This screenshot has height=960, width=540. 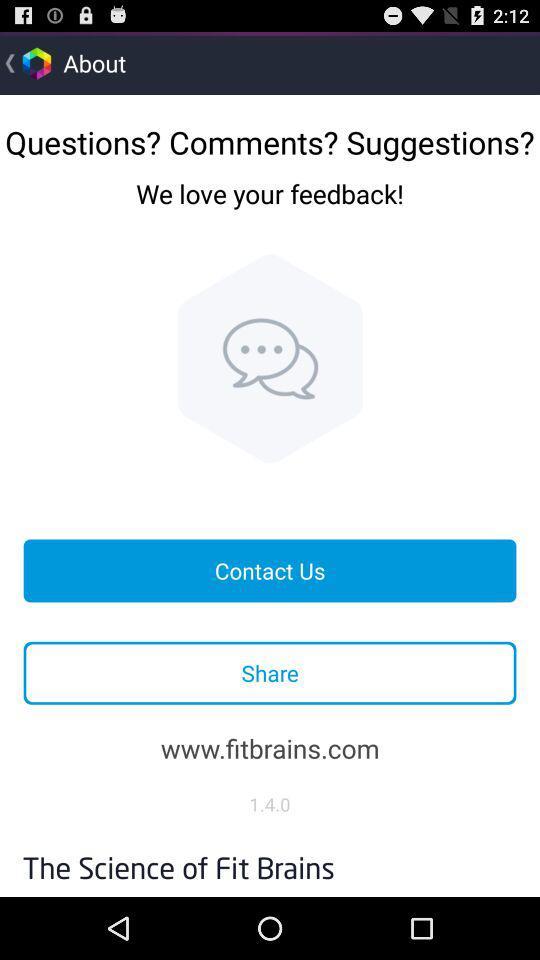 What do you see at coordinates (270, 673) in the screenshot?
I see `the share item` at bounding box center [270, 673].